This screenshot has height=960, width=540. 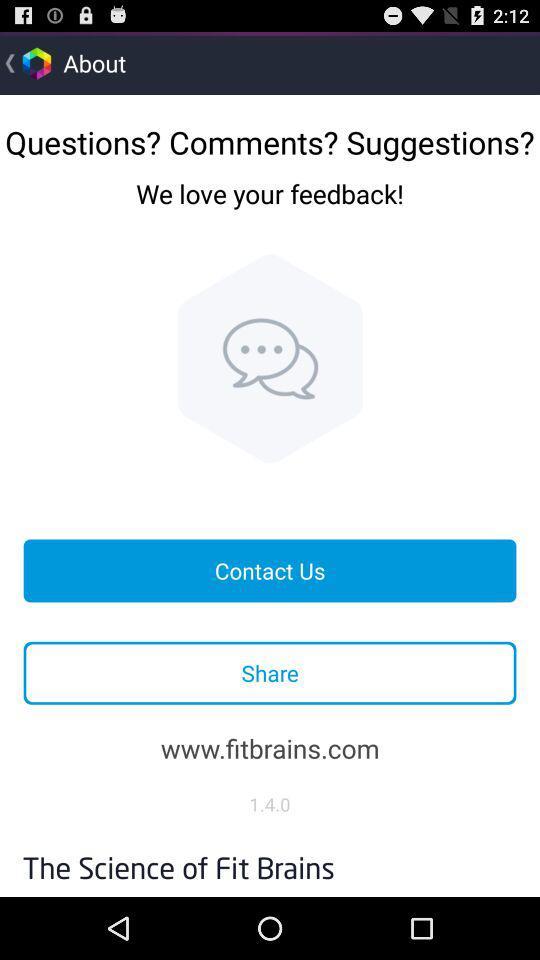 What do you see at coordinates (270, 673) in the screenshot?
I see `the share item` at bounding box center [270, 673].